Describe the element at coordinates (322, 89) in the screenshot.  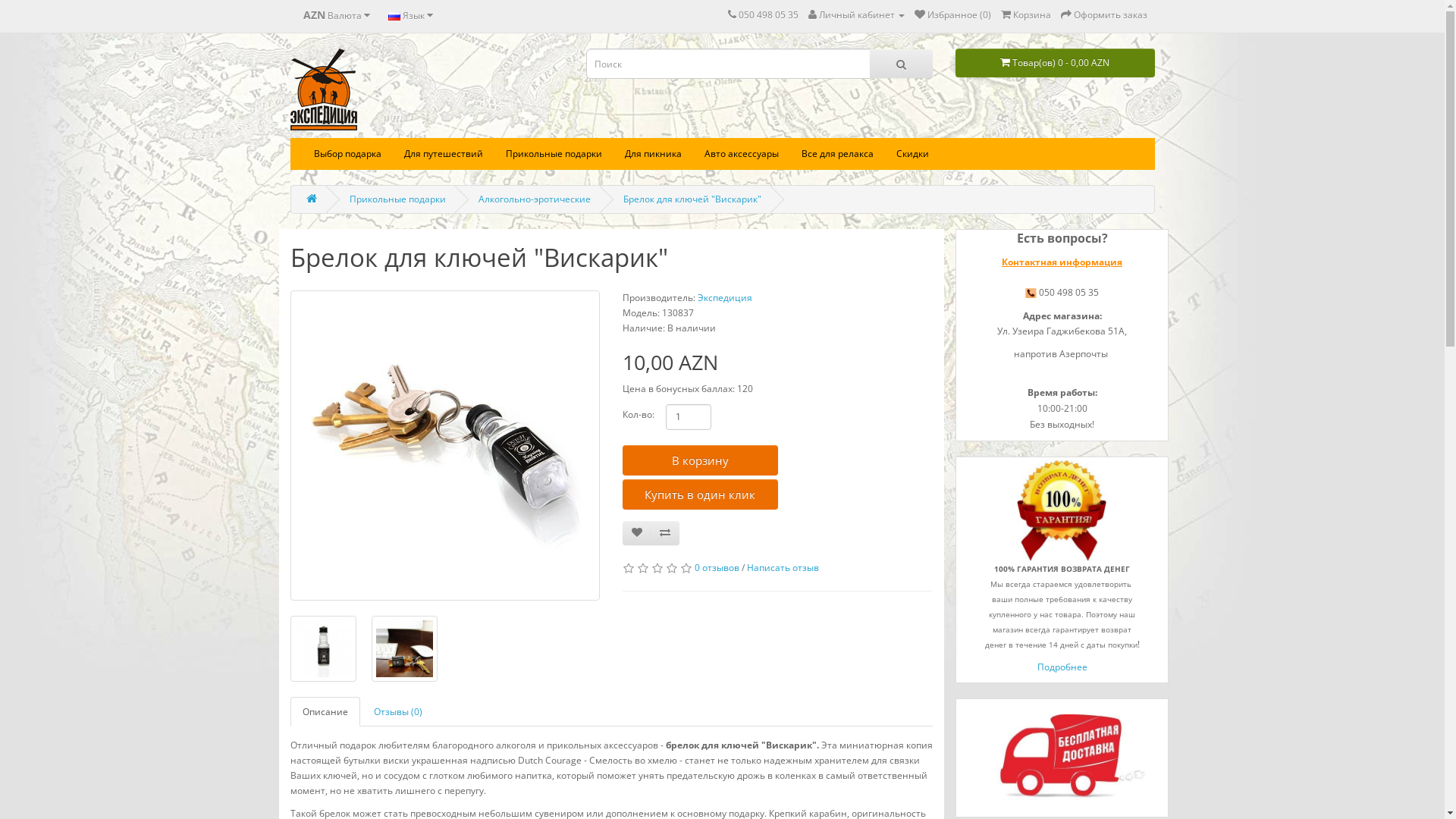
I see `'Expedition AZ'` at that location.